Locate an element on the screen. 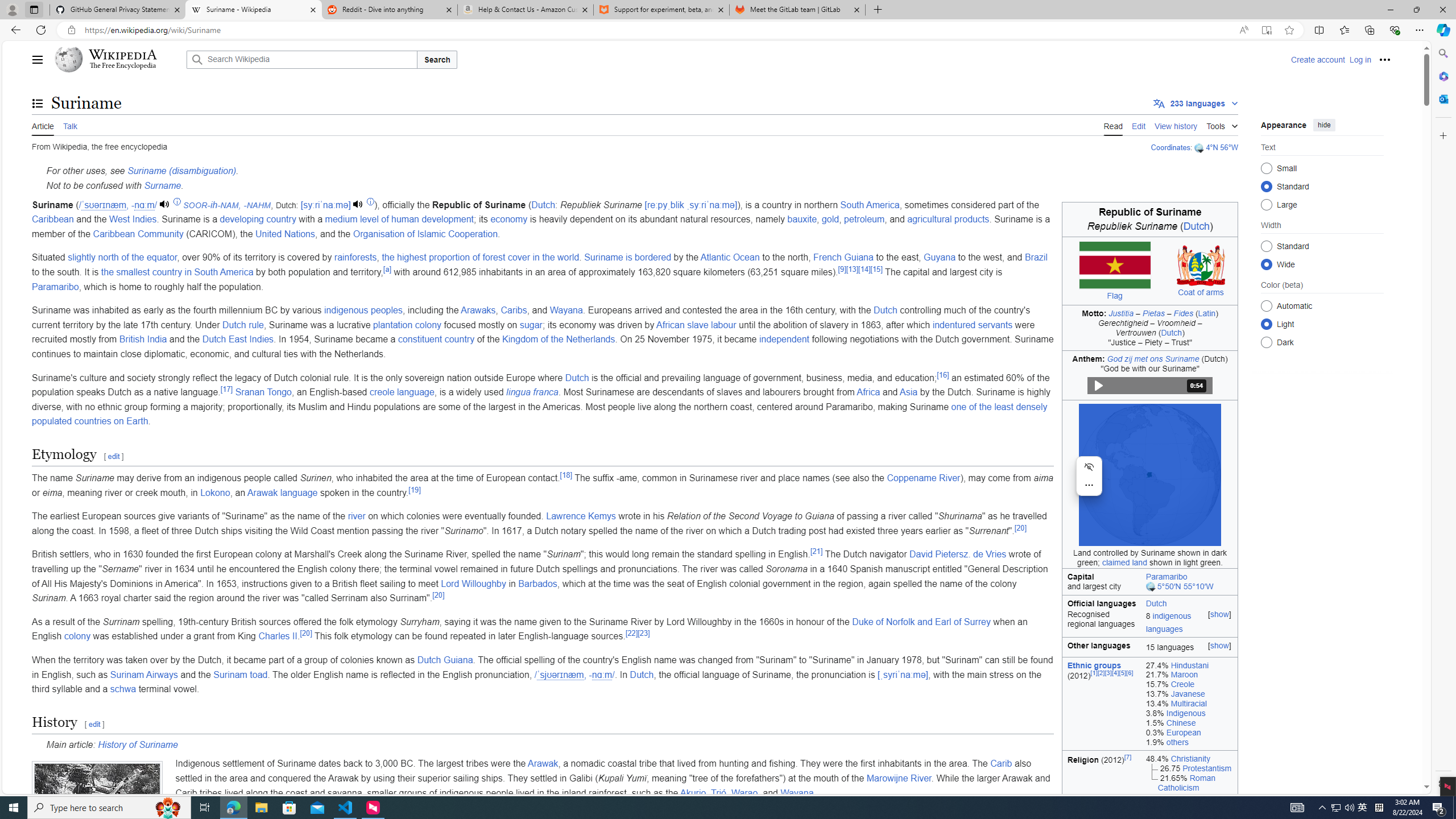  '[21]' is located at coordinates (816, 551).